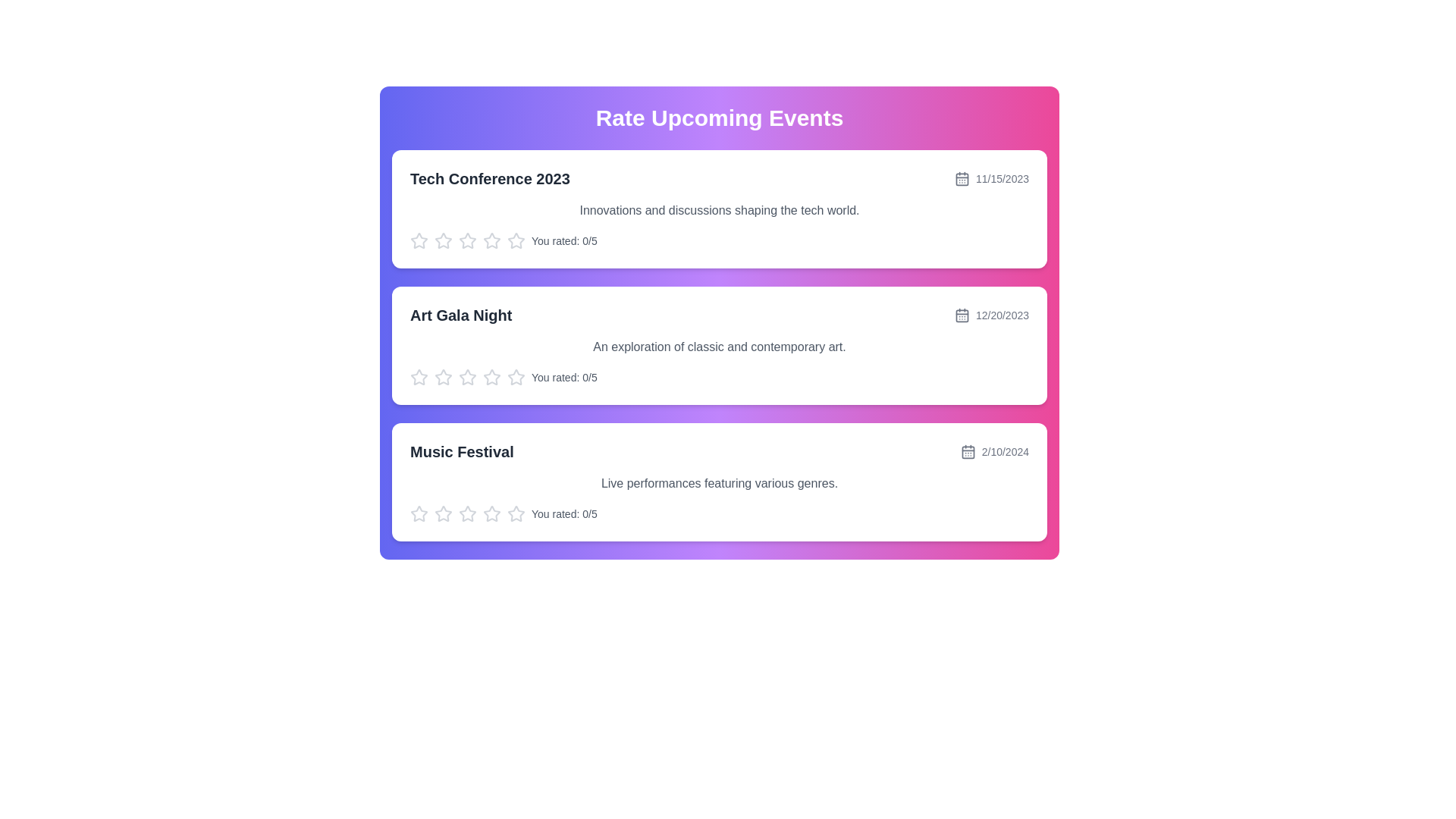 This screenshot has height=819, width=1456. I want to click on the first star icon in the rating component under the 'Tech Conference 2023' title, so click(467, 240).